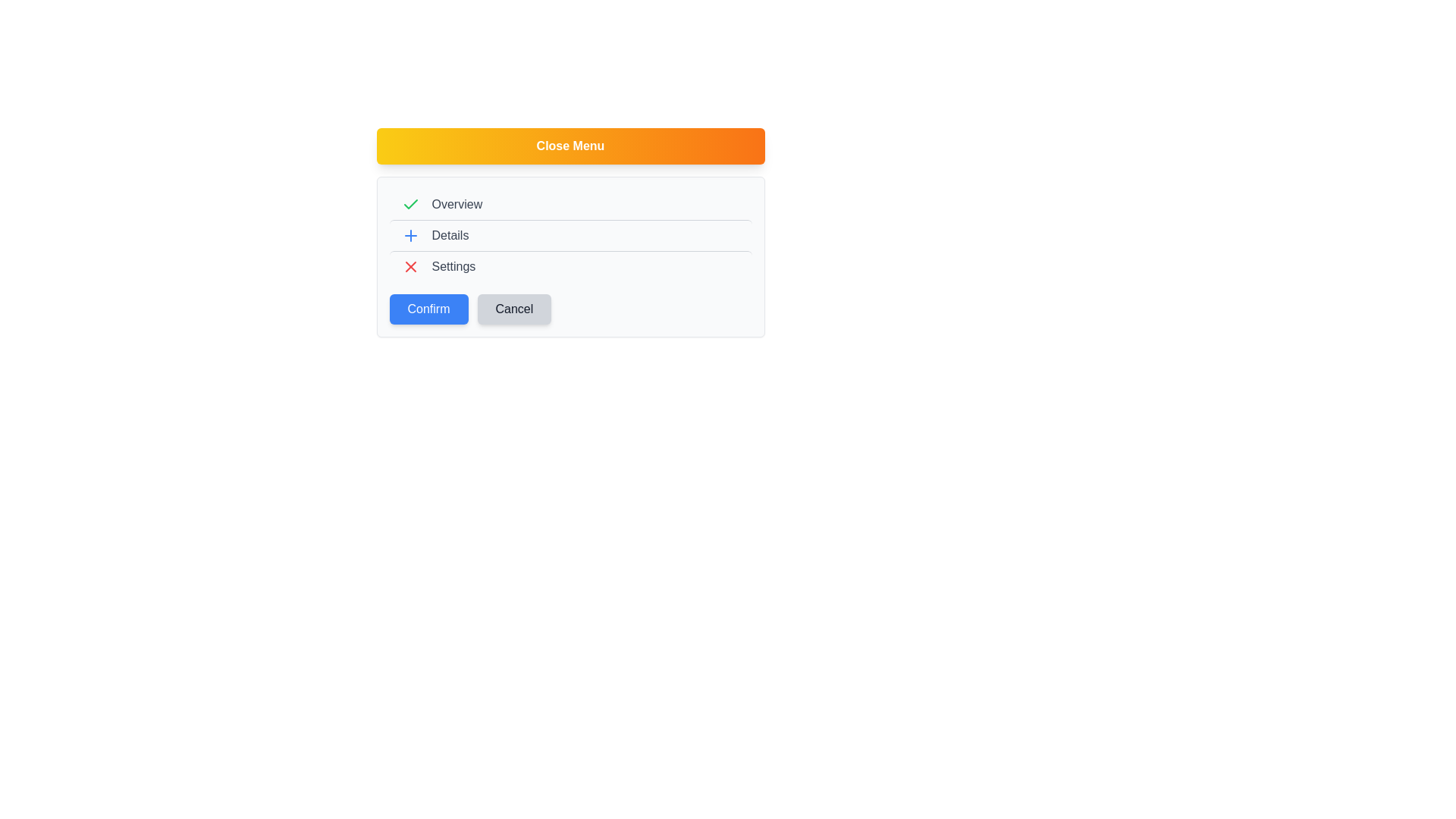  Describe the element at coordinates (570, 265) in the screenshot. I see `the menu item labeled Settings` at that location.